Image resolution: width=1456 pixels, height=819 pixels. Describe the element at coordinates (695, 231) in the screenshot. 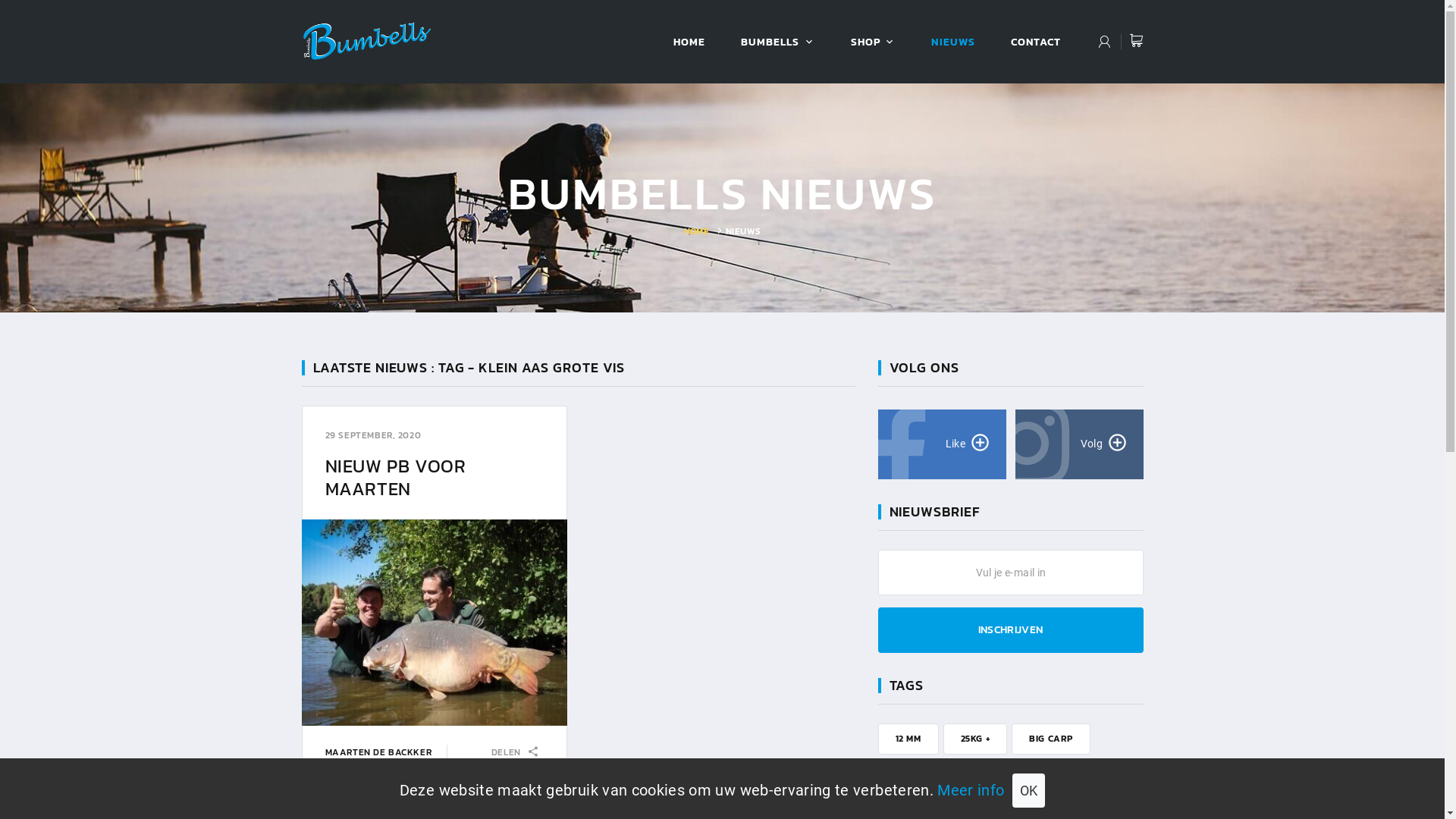

I see `'HOME'` at that location.